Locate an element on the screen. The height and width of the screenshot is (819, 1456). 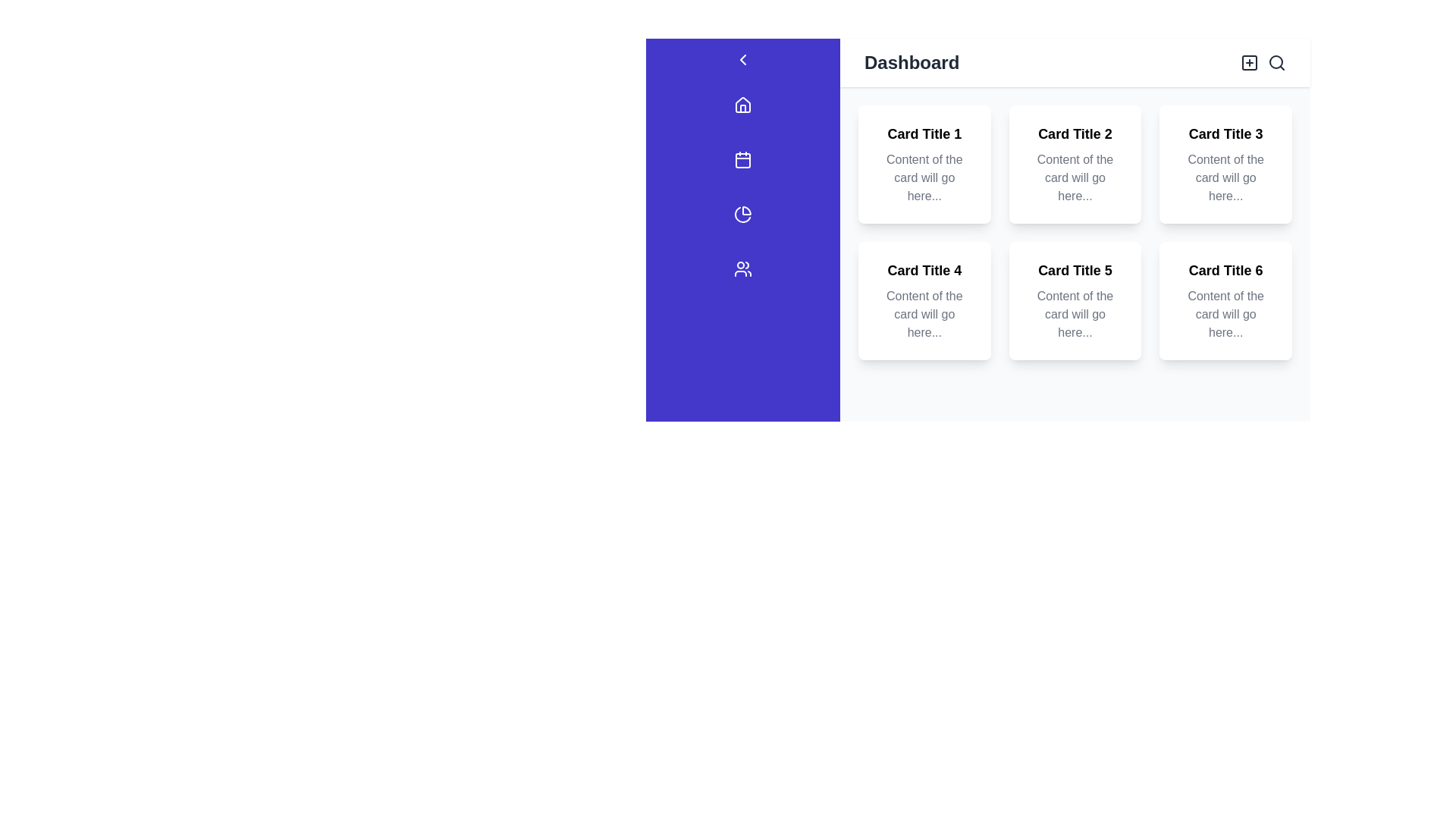
the title static text in the top section of the sixth card located in the second row and third column of the grid is located at coordinates (1225, 270).